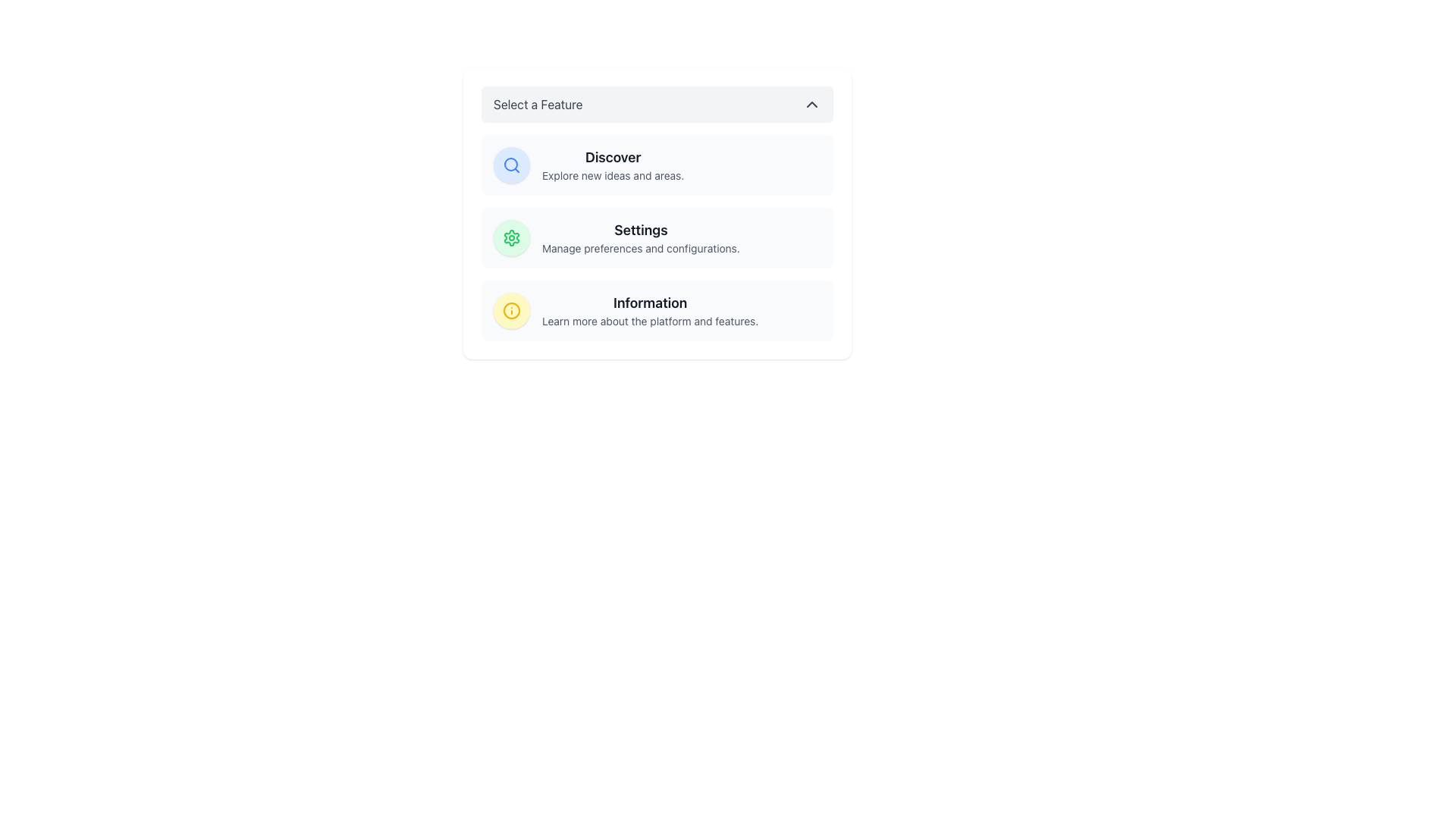 The height and width of the screenshot is (819, 1456). Describe the element at coordinates (613, 165) in the screenshot. I see `the 'Discover' menu option, which is a static text block with a header and subtext arrangement, located to the right of the magnifying glass icon in the vertical list of menu options` at that location.